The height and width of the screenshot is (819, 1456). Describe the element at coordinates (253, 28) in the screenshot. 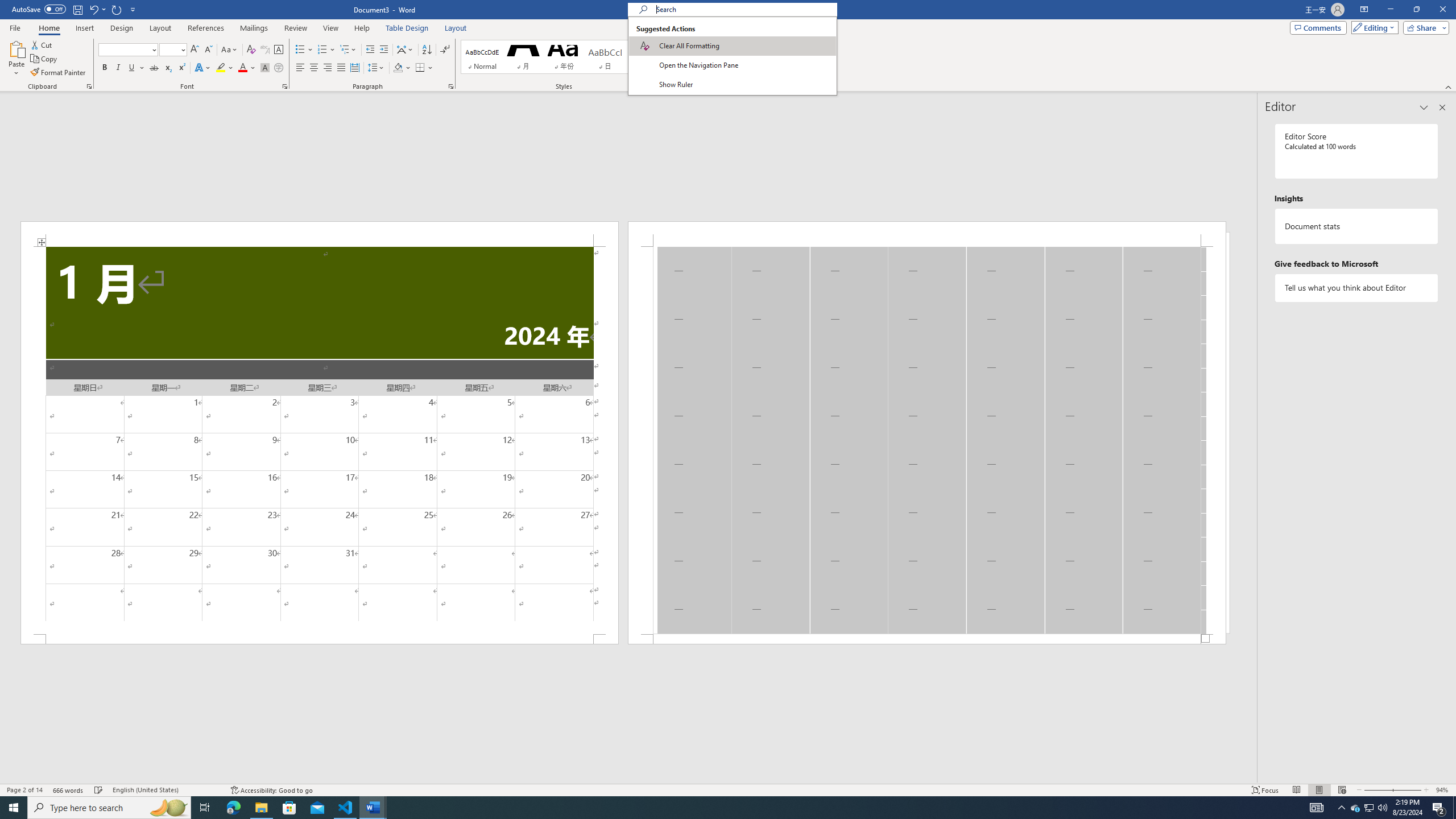

I see `'Mailings'` at that location.